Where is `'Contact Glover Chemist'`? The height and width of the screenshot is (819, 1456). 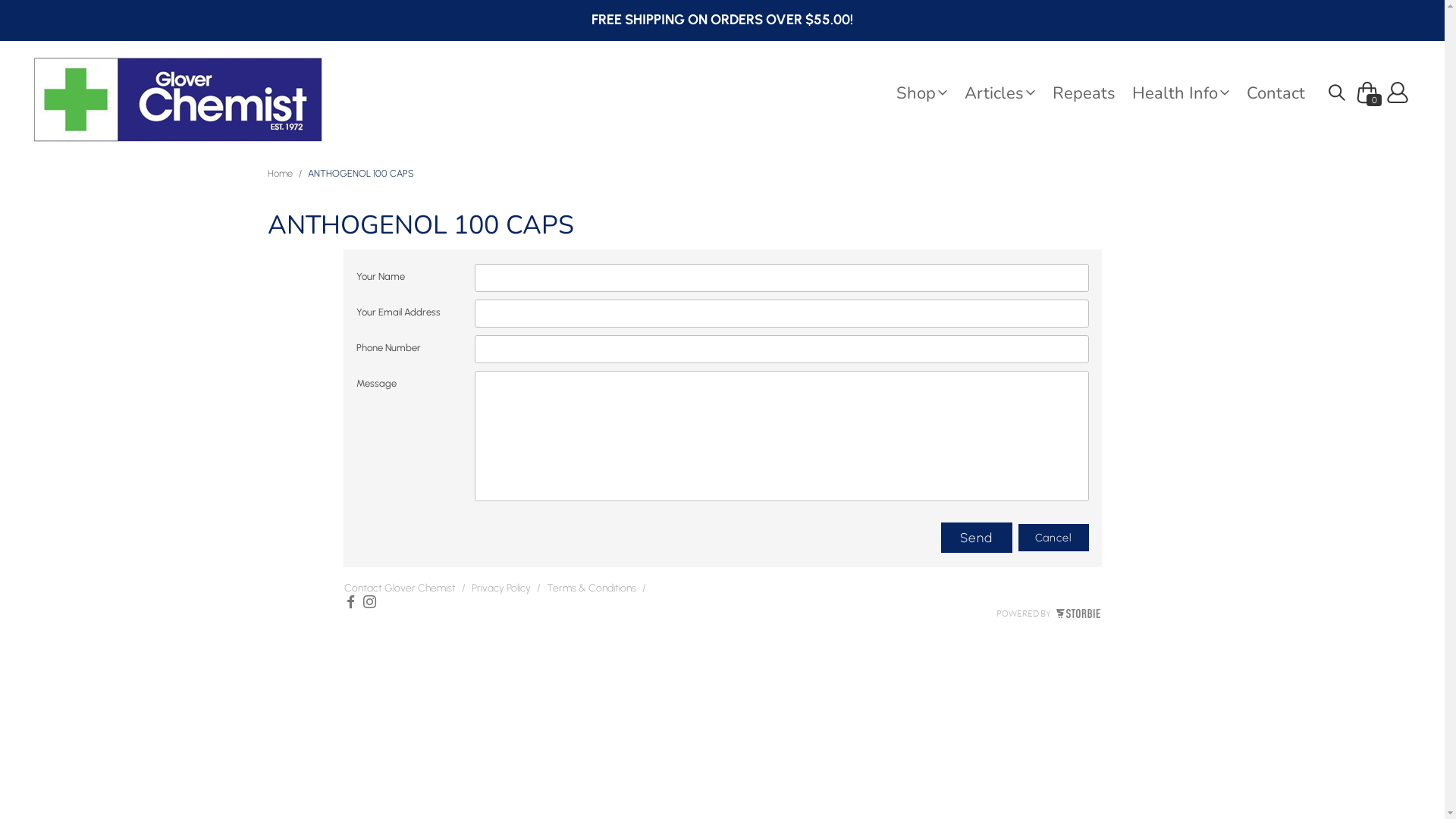 'Contact Glover Chemist' is located at coordinates (400, 590).